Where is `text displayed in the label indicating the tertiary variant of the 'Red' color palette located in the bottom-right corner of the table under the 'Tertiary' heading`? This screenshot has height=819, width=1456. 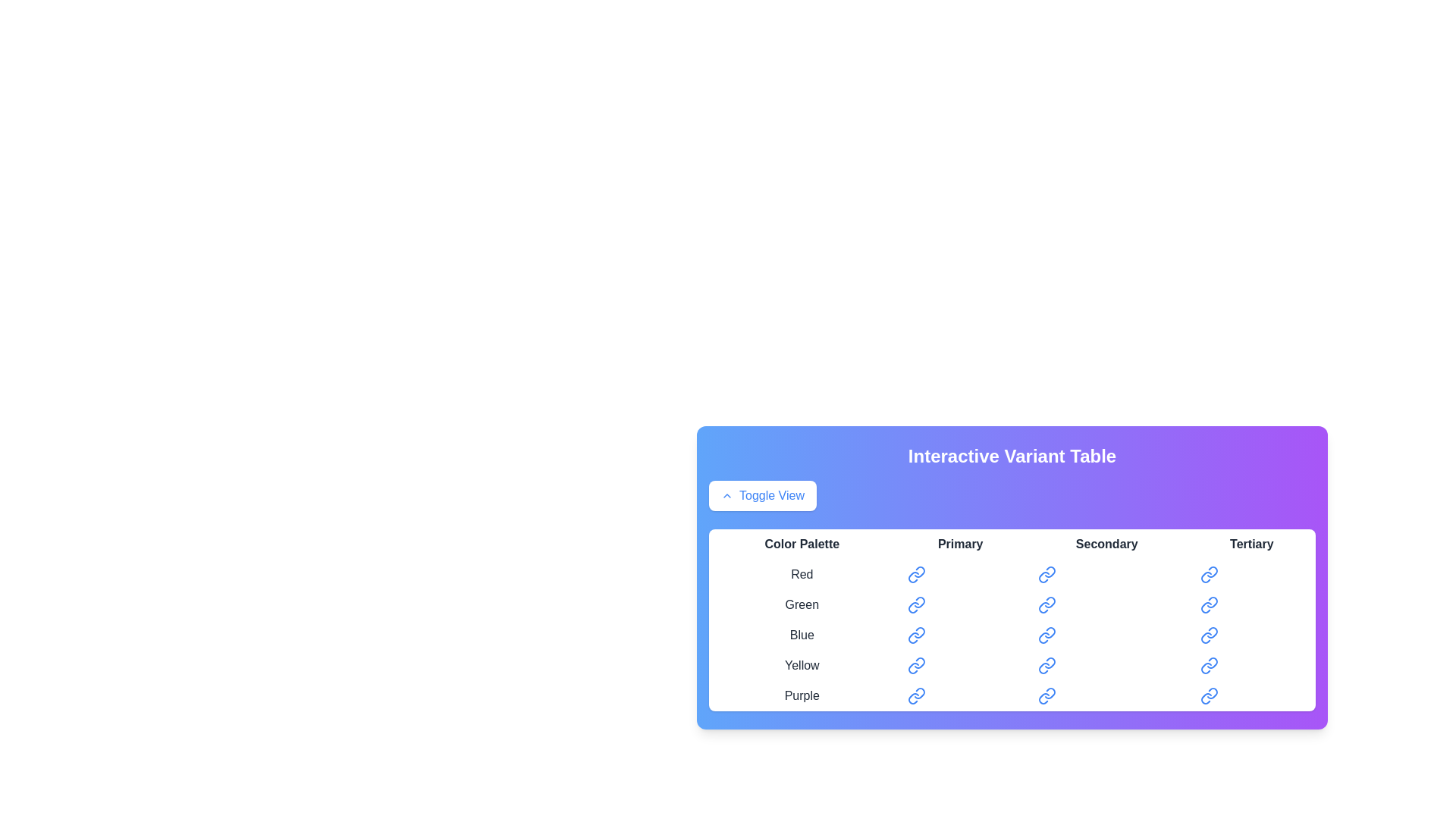
text displayed in the label indicating the tertiary variant of the 'Red' color palette located in the bottom-right corner of the table under the 'Tertiary' heading is located at coordinates (1251, 575).